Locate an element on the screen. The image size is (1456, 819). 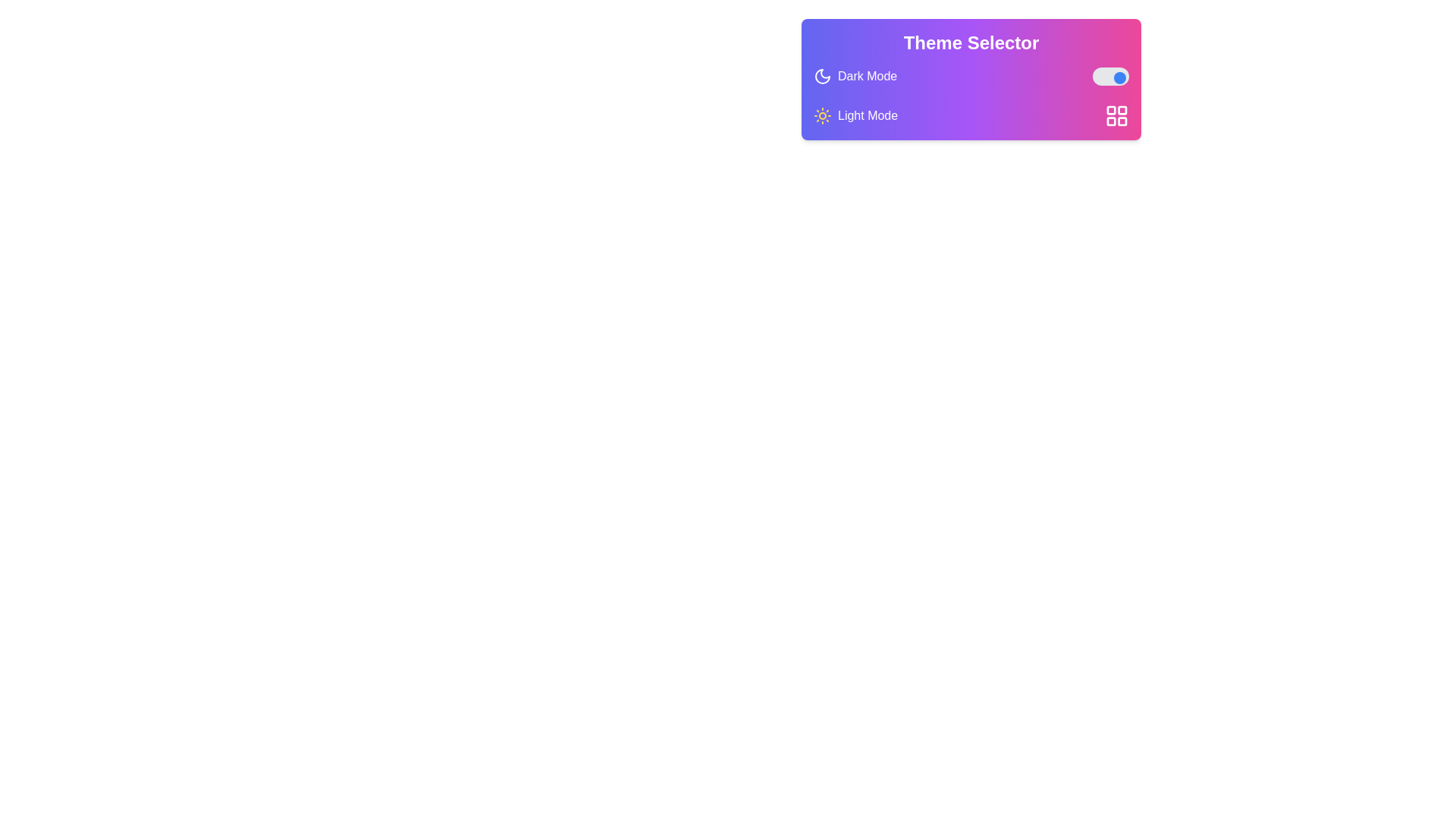
the yellow sun icon located to the left of the 'Light Mode' text within the 'Theme Selector' section is located at coordinates (821, 115).